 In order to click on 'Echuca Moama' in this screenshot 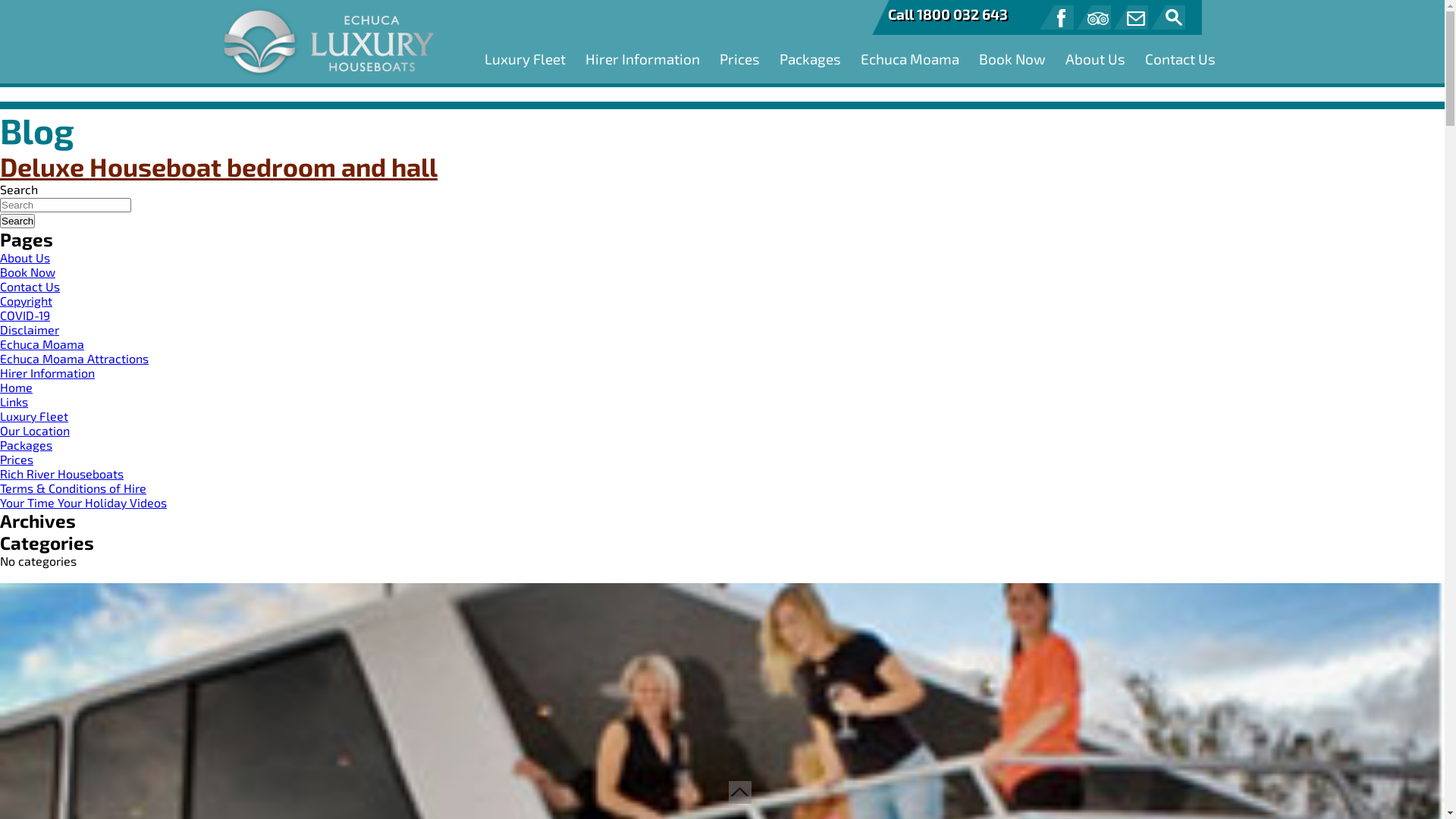, I will do `click(0, 344)`.